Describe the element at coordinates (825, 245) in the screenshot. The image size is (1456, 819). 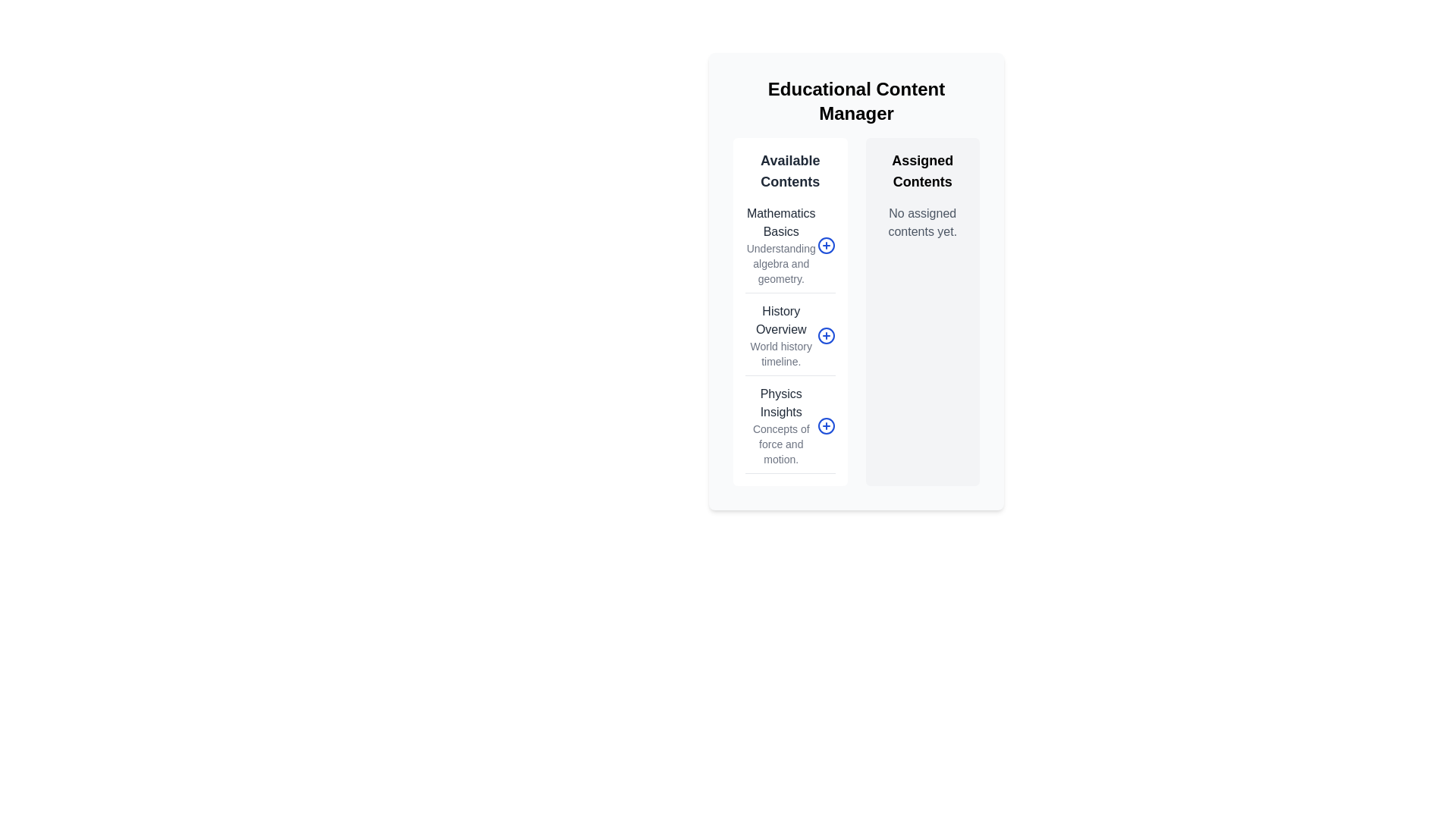
I see `the interactive button with an icon located to the right of the 'Mathematics Basics' text` at that location.